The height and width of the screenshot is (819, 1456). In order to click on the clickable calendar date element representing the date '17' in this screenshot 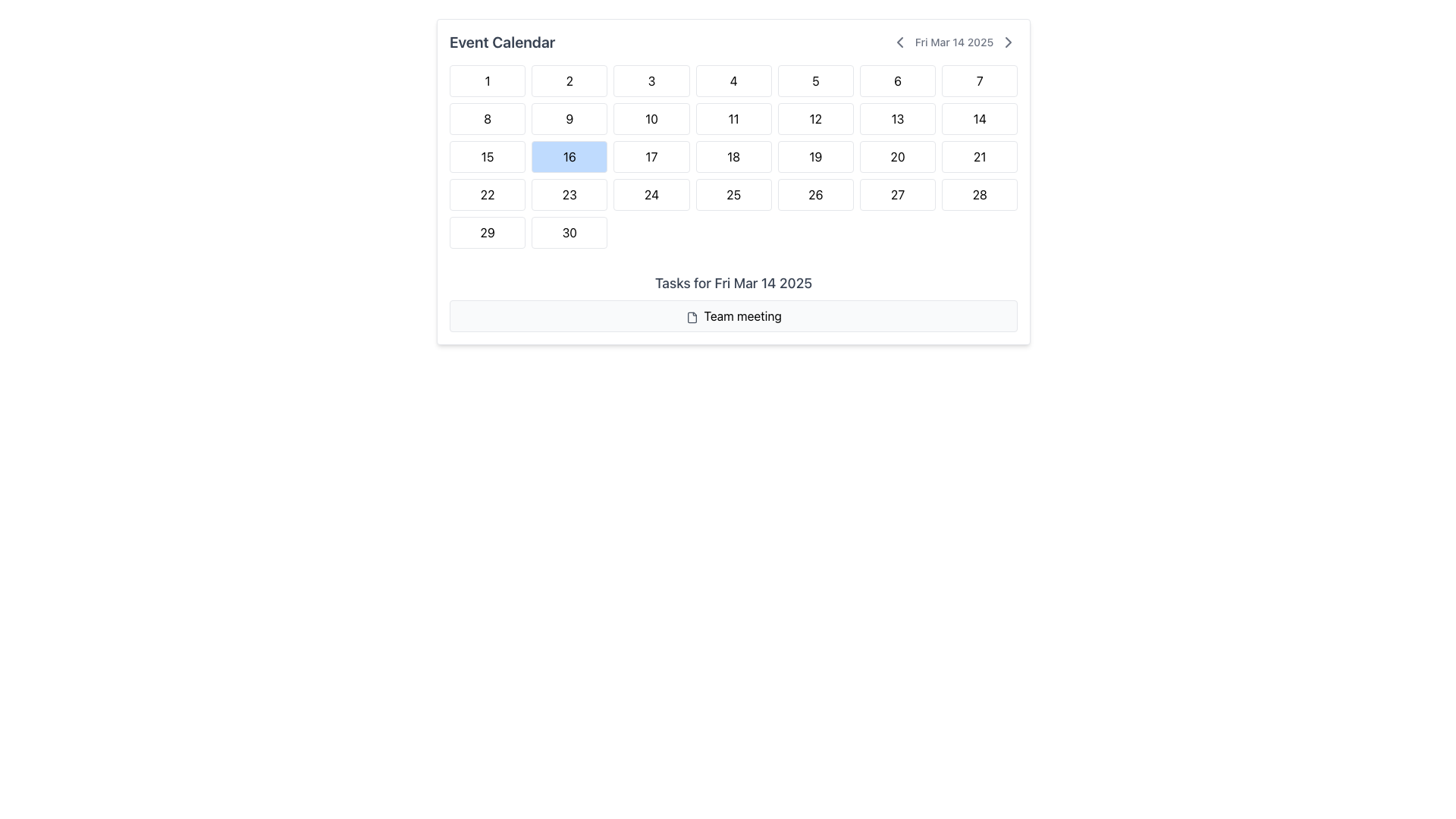, I will do `click(651, 157)`.